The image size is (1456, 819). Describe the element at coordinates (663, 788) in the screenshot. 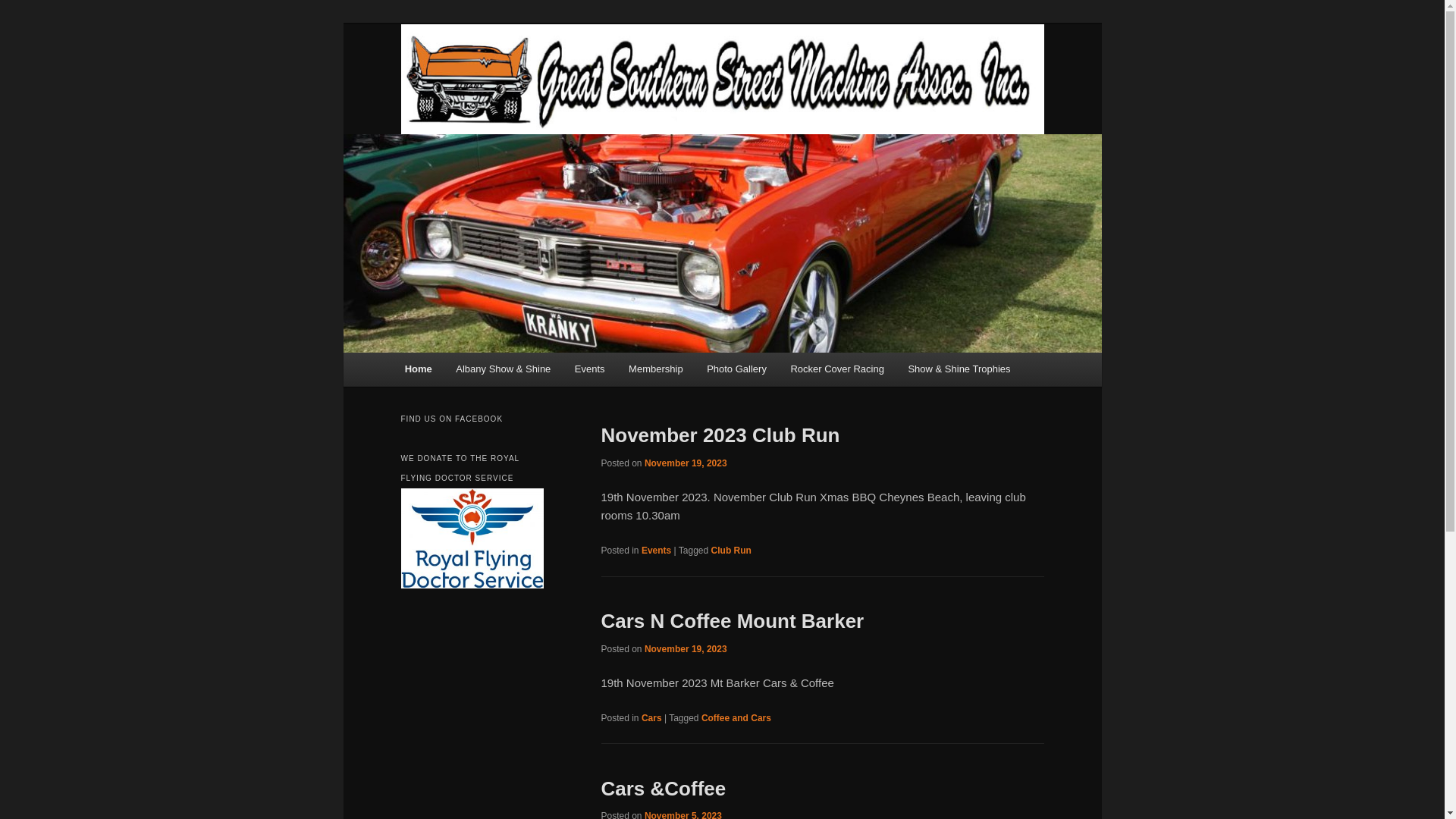

I see `'Cars &Coffee'` at that location.